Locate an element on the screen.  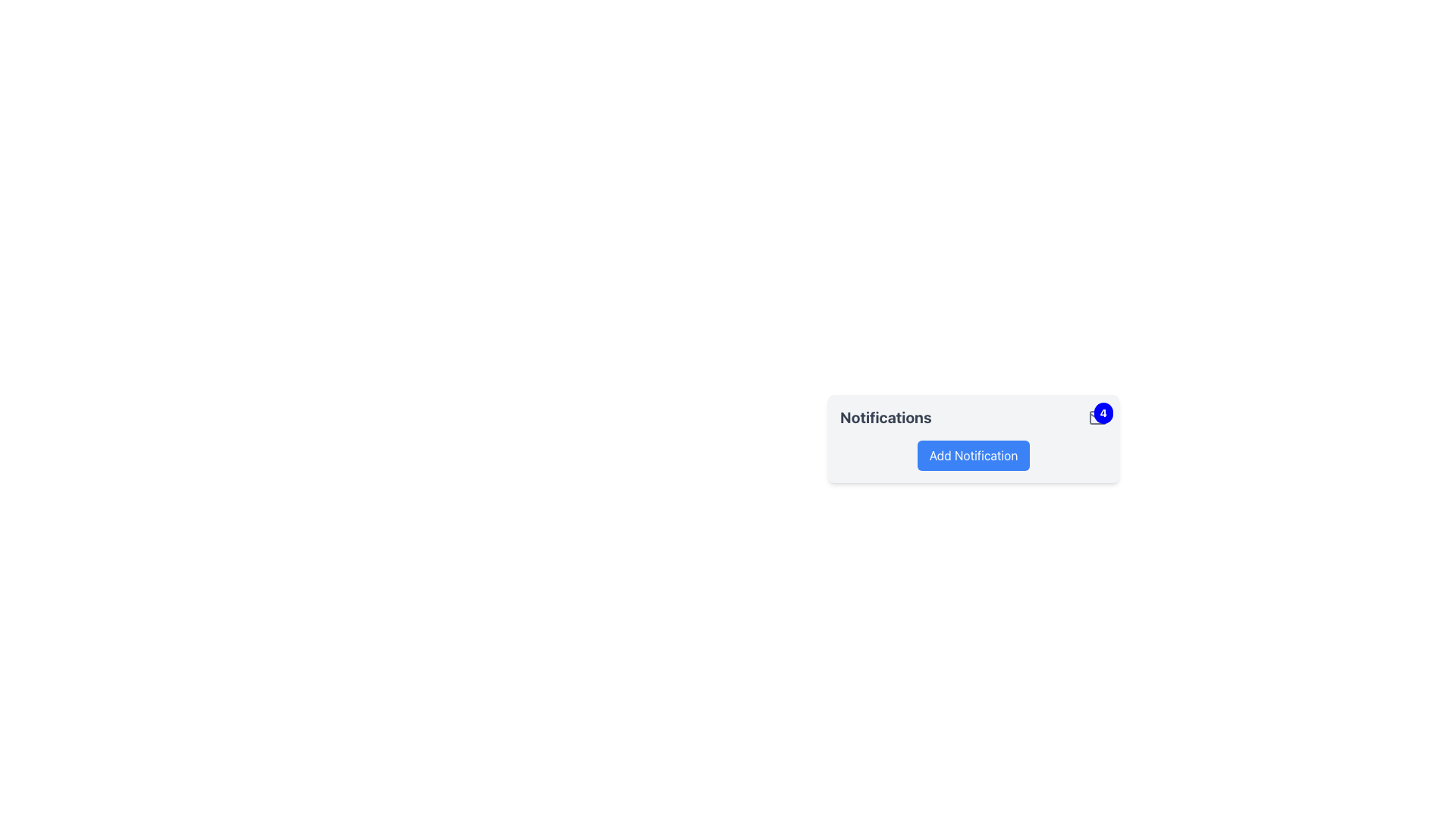
the 'Add Notification' button located below the 'Notifications' title is located at coordinates (973, 455).